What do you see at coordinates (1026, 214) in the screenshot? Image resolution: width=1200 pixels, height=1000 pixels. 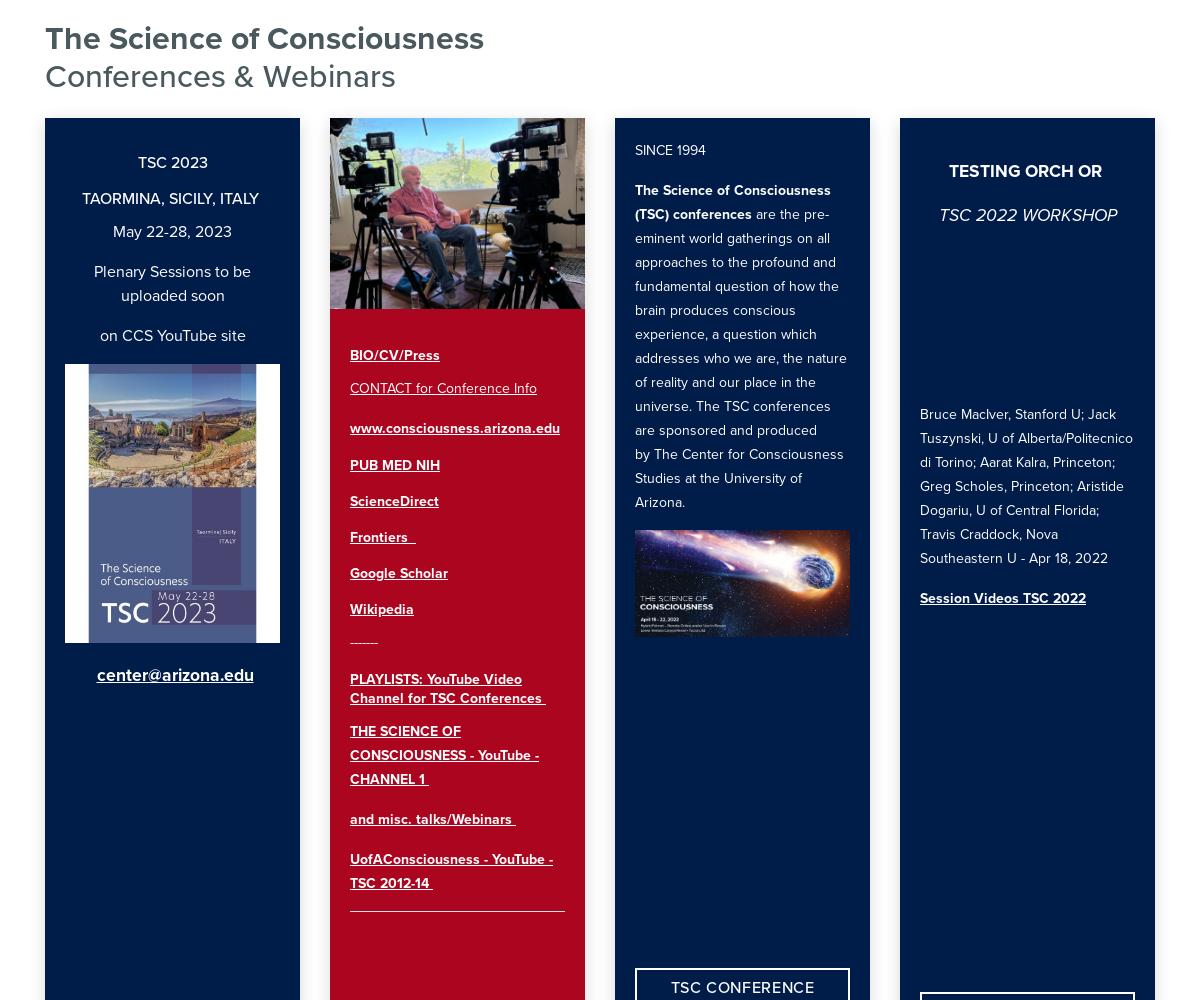 I see `'TSC 2022 WORKSHOP'` at bounding box center [1026, 214].